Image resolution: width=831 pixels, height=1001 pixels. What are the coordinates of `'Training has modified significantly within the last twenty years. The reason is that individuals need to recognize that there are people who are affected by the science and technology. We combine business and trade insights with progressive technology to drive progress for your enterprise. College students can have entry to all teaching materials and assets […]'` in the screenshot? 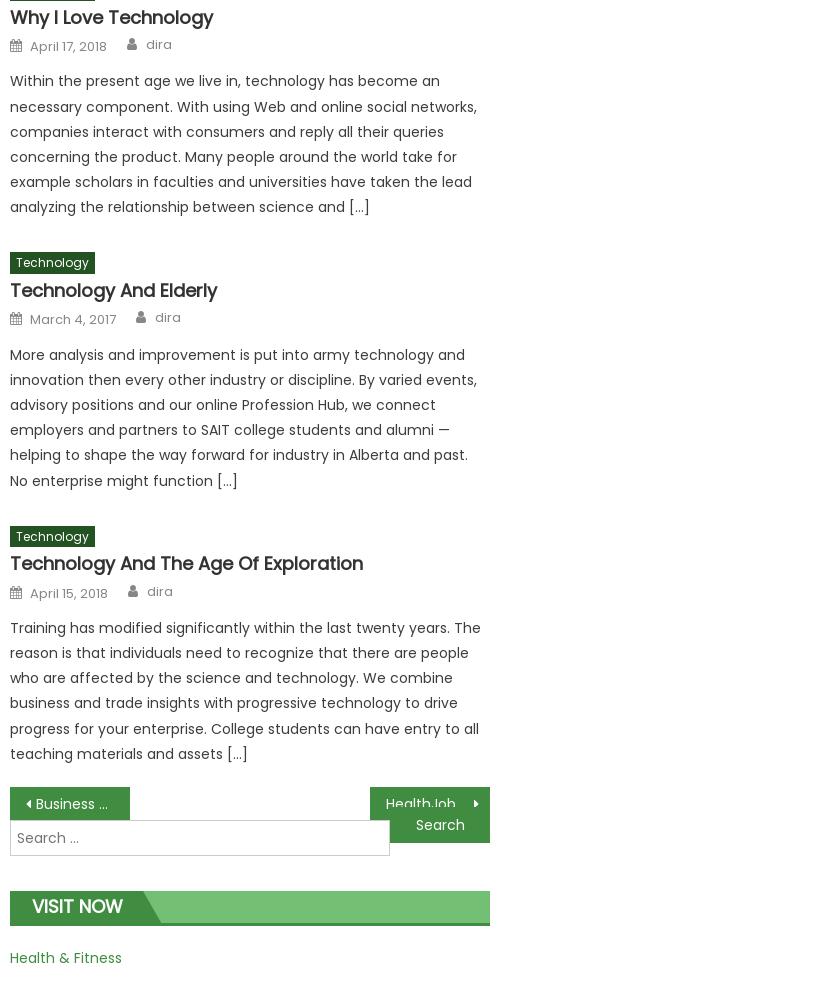 It's located at (244, 688).